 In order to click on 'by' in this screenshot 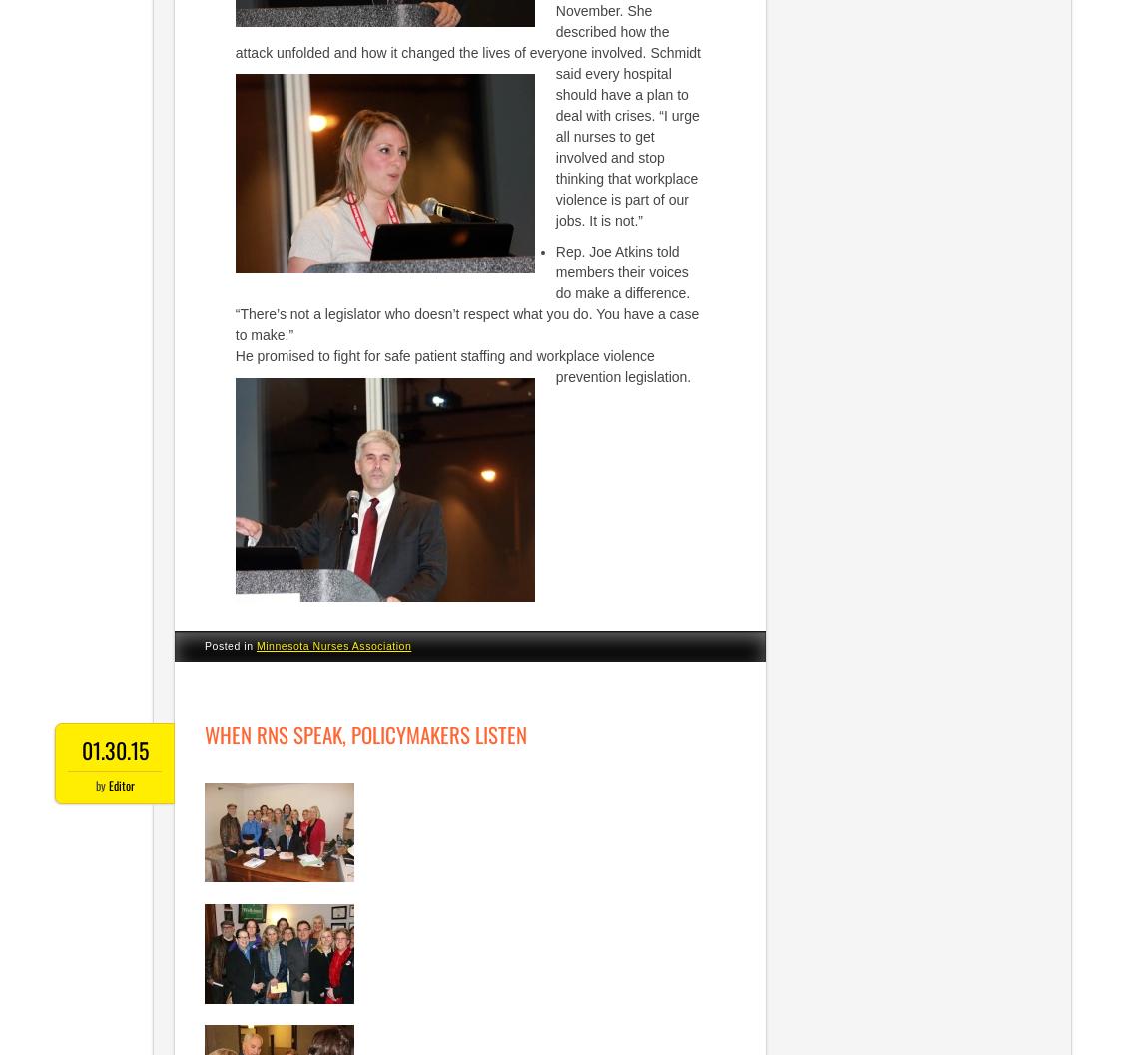, I will do `click(93, 784)`.